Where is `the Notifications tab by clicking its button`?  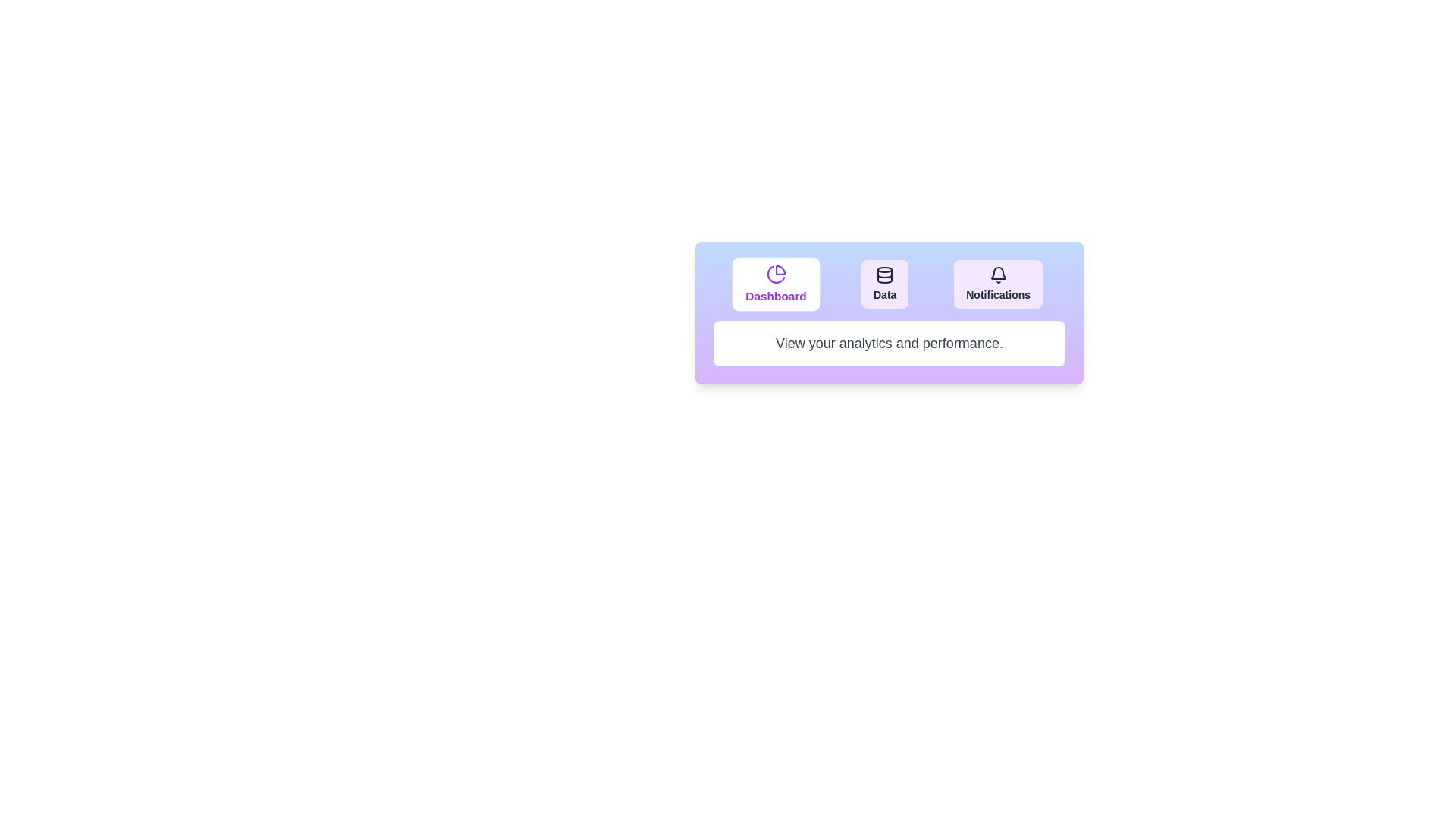
the Notifications tab by clicking its button is located at coordinates (998, 284).